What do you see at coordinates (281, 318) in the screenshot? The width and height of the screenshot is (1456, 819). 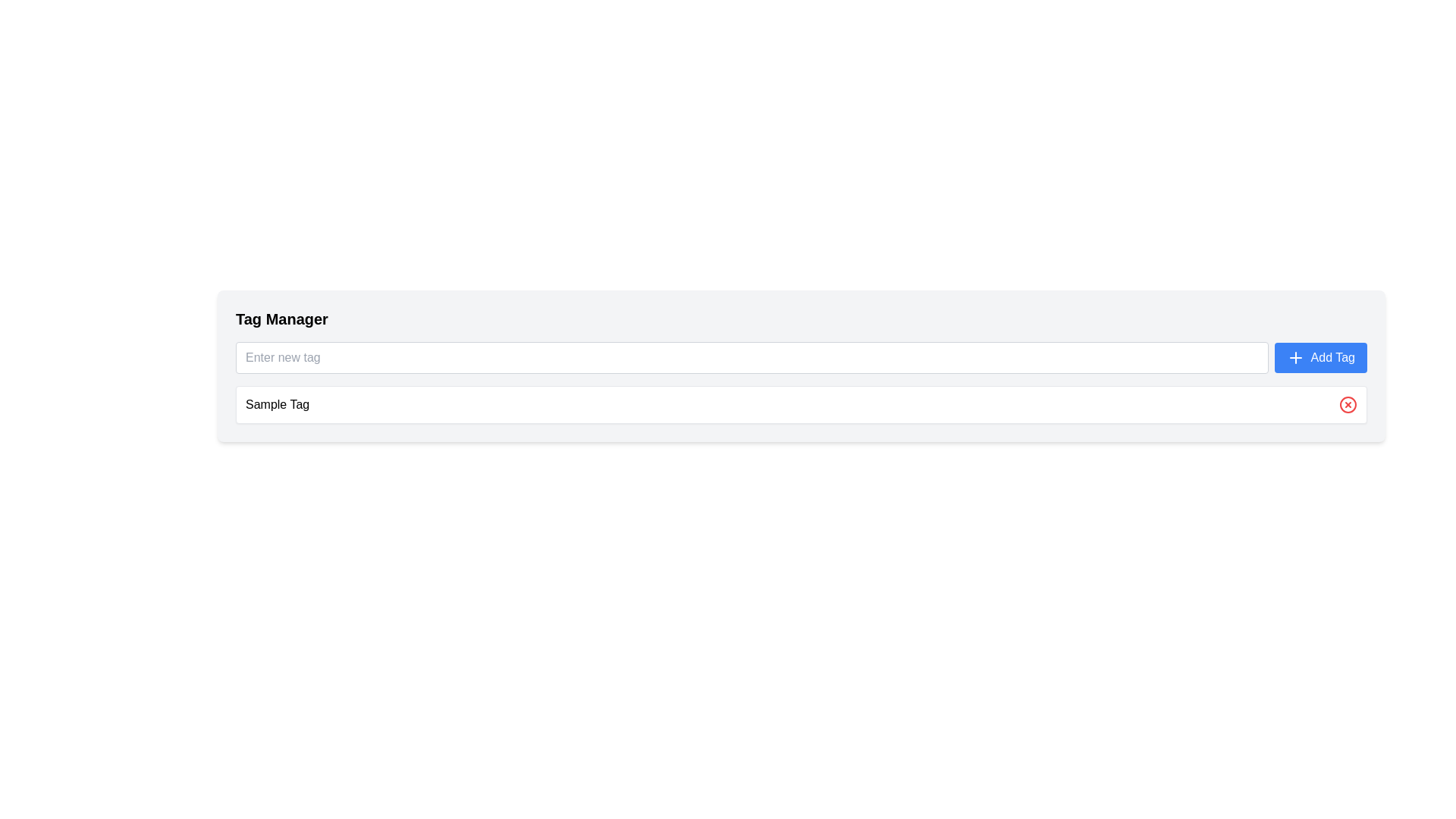 I see `the 'Tag Manager' heading located in the top-left corner of the light-gray section, which is rendered in a bold font style` at bounding box center [281, 318].